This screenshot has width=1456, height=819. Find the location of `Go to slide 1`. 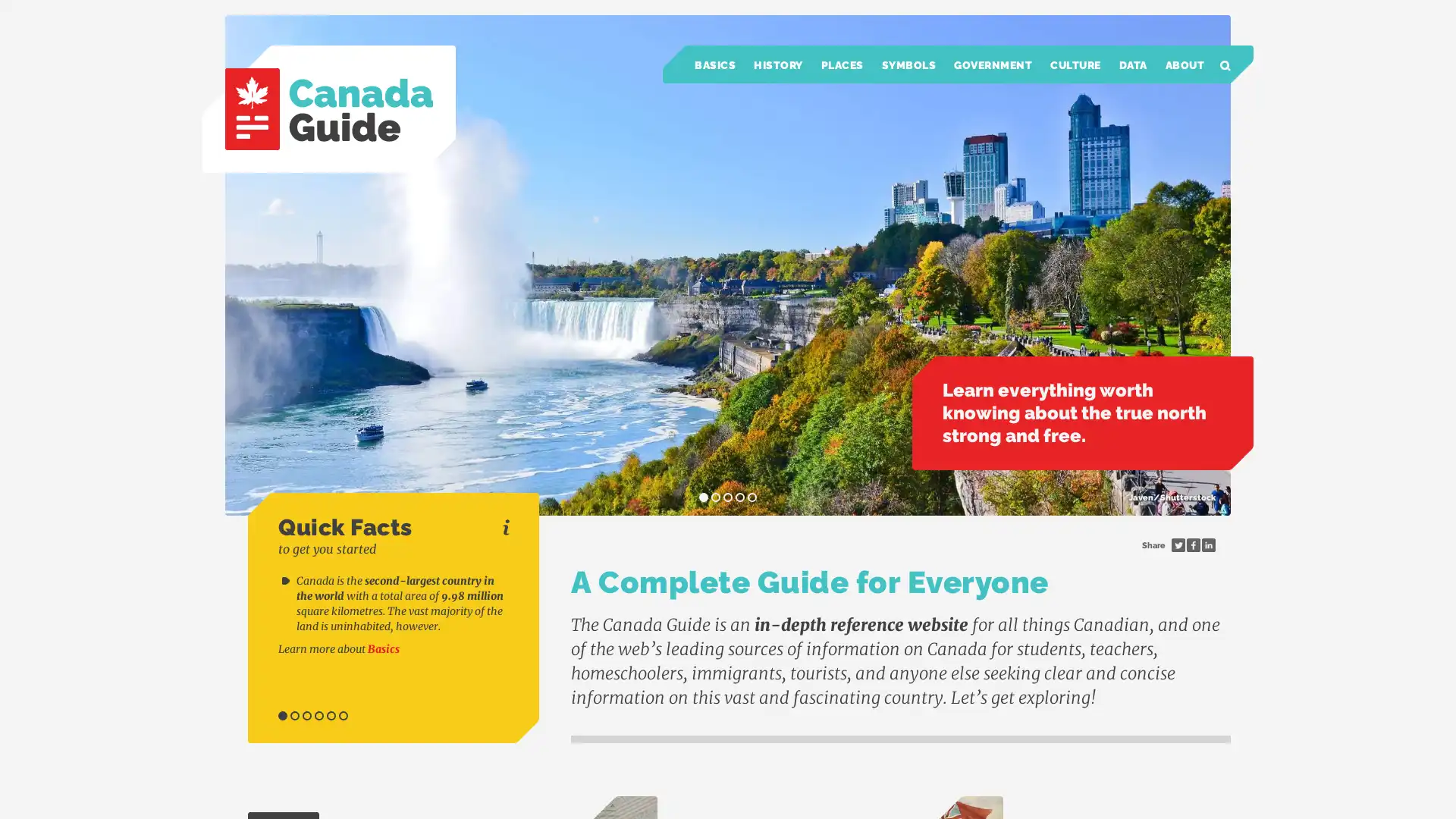

Go to slide 1 is located at coordinates (283, 716).